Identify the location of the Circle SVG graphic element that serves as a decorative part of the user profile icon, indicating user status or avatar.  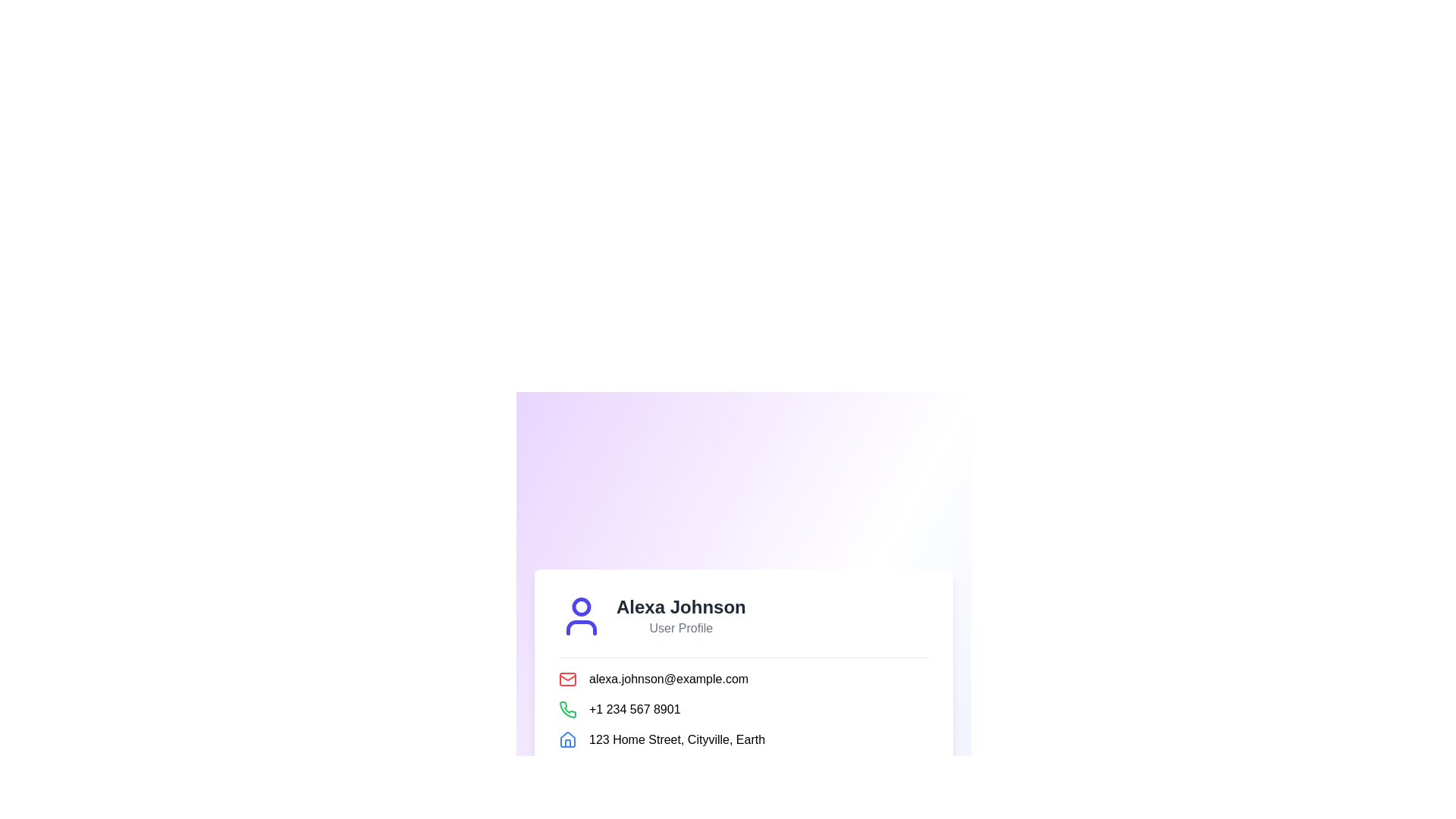
(581, 605).